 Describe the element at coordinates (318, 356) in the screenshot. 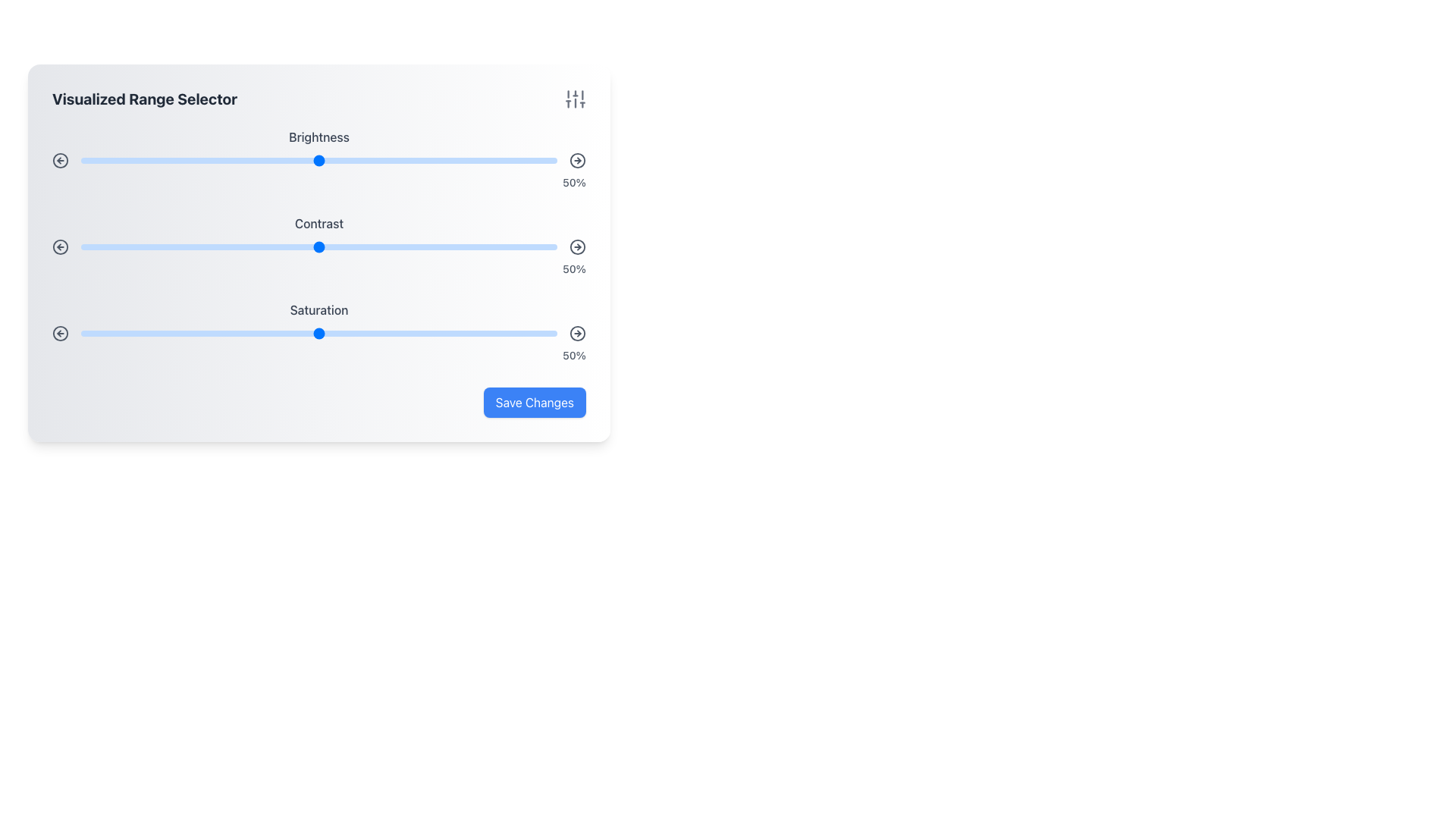

I see `the text label displaying '50%' which is styled with a gray color and positioned to the far right of the horizontal slider labeled 'Saturation'` at that location.